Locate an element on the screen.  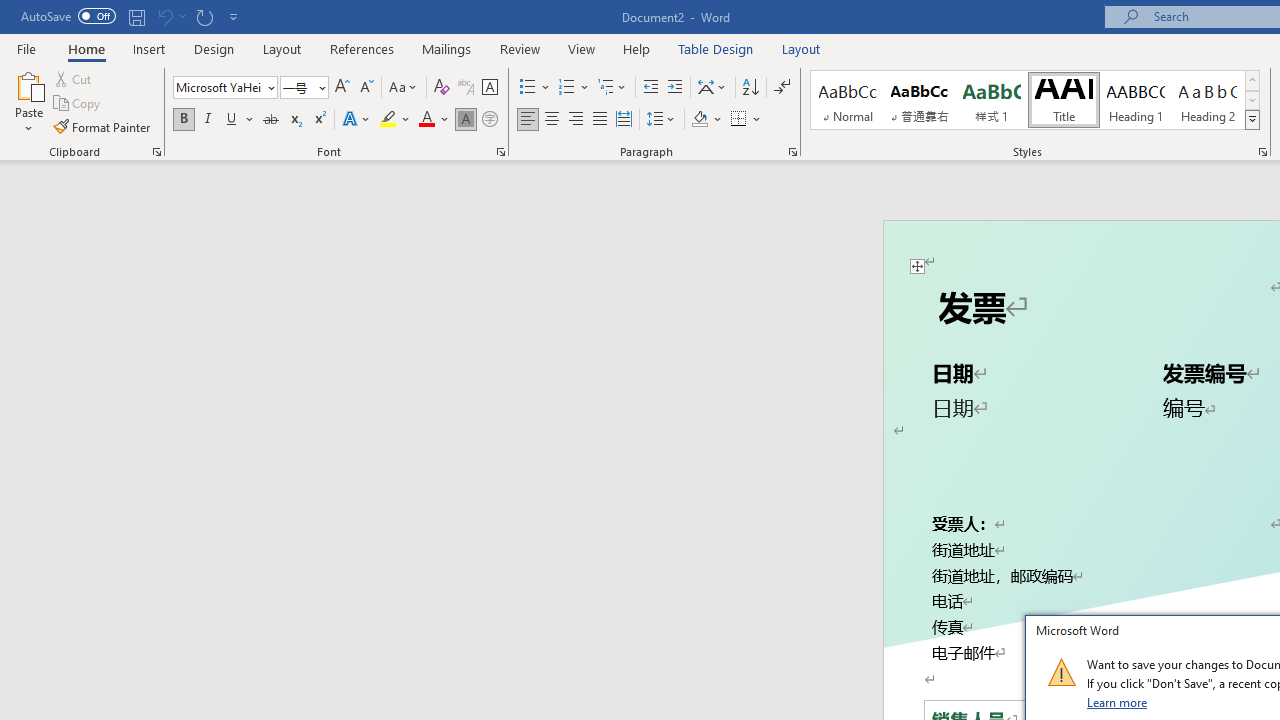
'Subscript' is located at coordinates (294, 119).